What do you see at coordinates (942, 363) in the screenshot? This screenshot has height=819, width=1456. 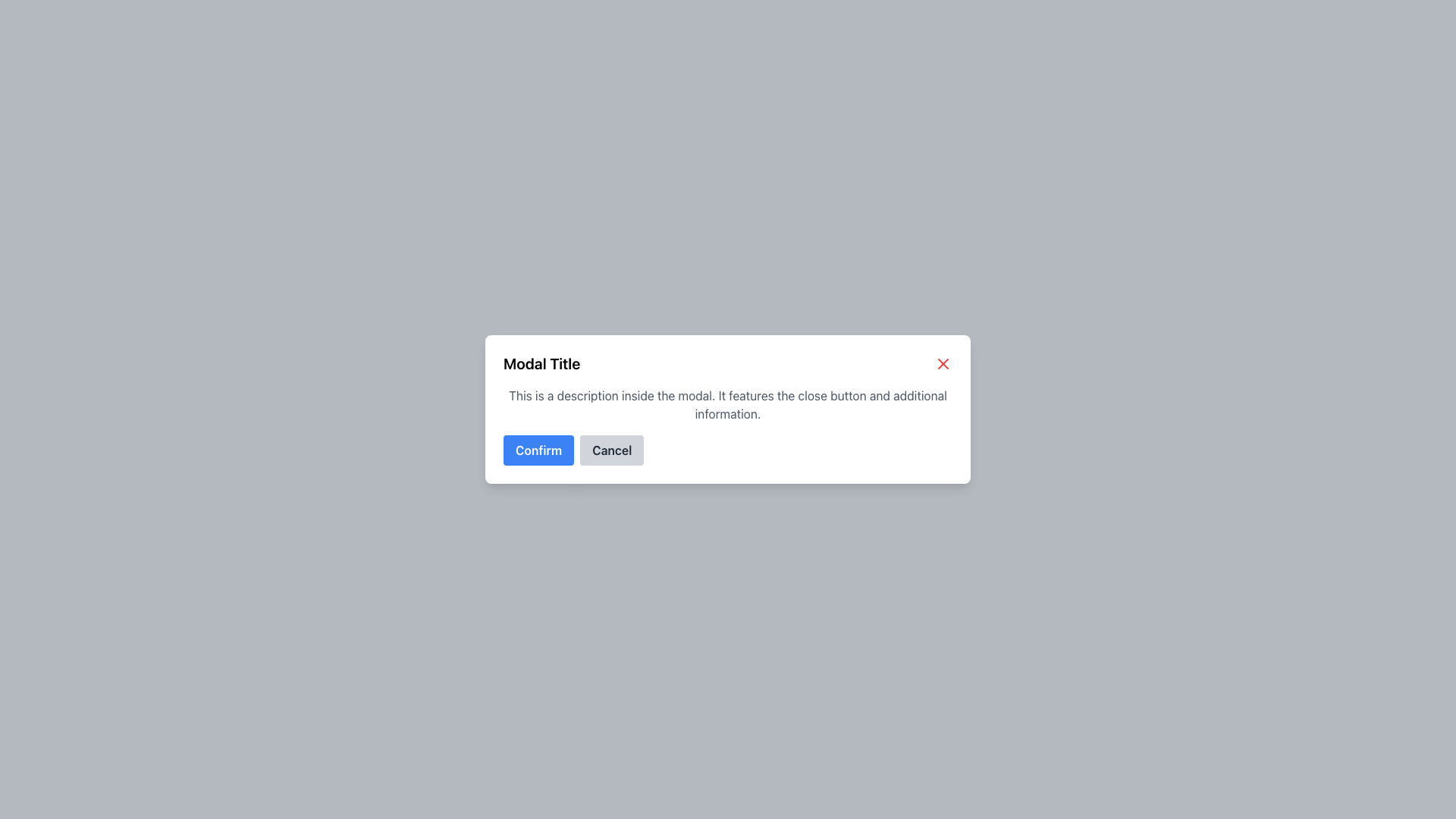 I see `the close button located in the top-right corner of the modal dialog header, adjacent to the 'Modal Title' text` at bounding box center [942, 363].